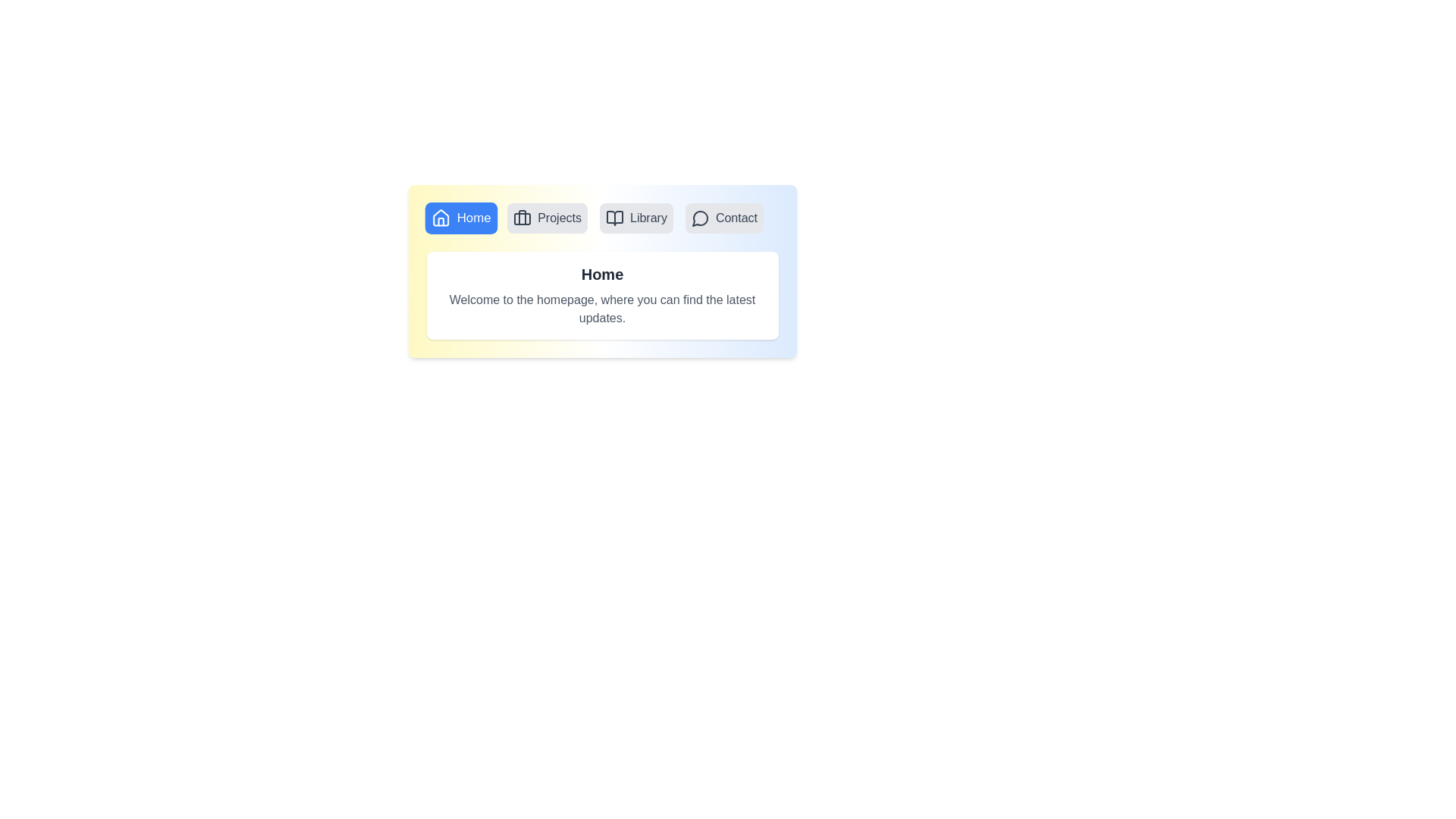 The width and height of the screenshot is (1456, 819). Describe the element at coordinates (460, 218) in the screenshot. I see `the Home tab to view its content` at that location.